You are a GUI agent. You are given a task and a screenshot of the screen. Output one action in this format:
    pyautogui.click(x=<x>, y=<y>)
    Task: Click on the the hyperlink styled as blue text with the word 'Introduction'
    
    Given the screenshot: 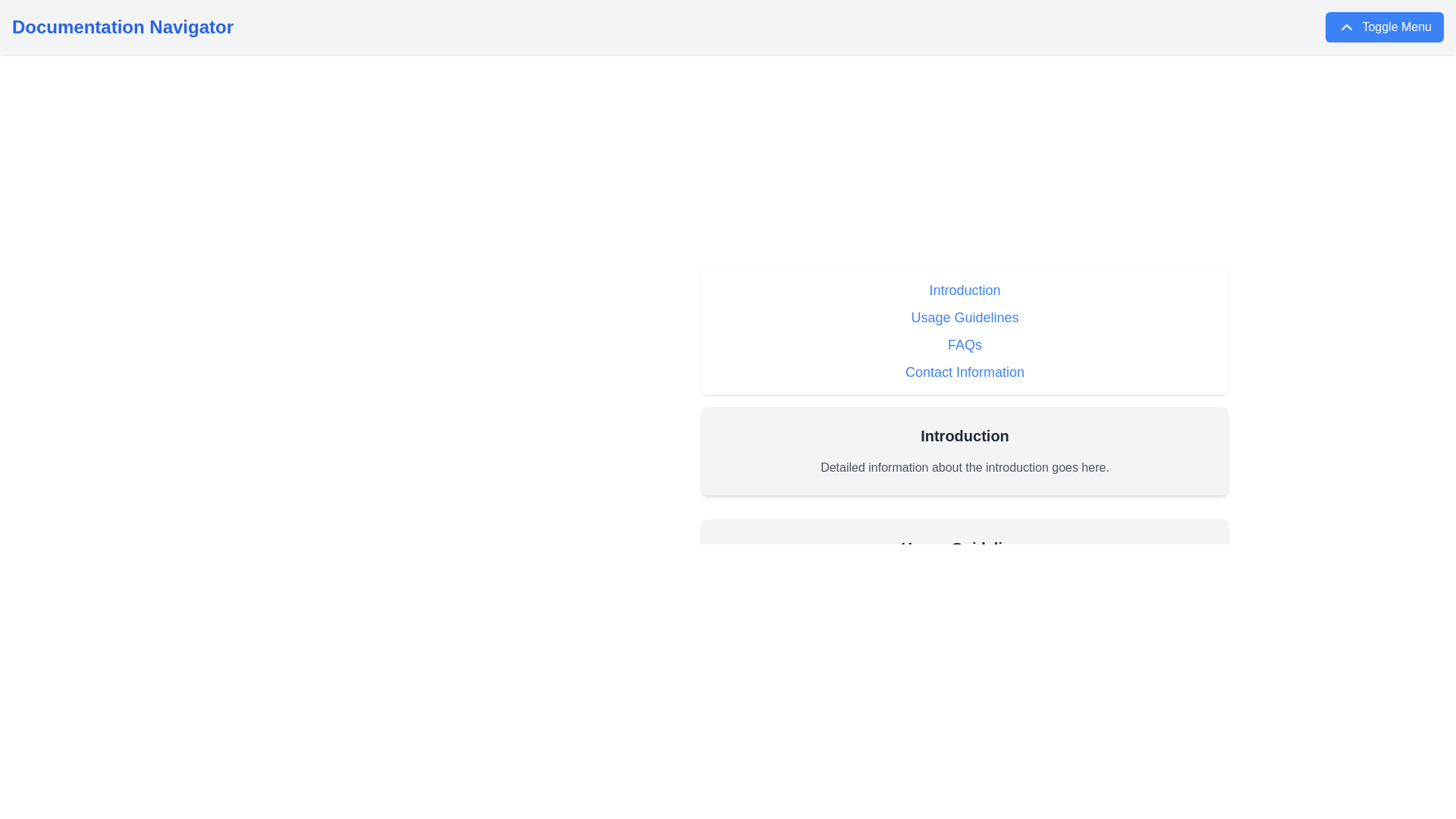 What is the action you would take?
    pyautogui.click(x=964, y=290)
    